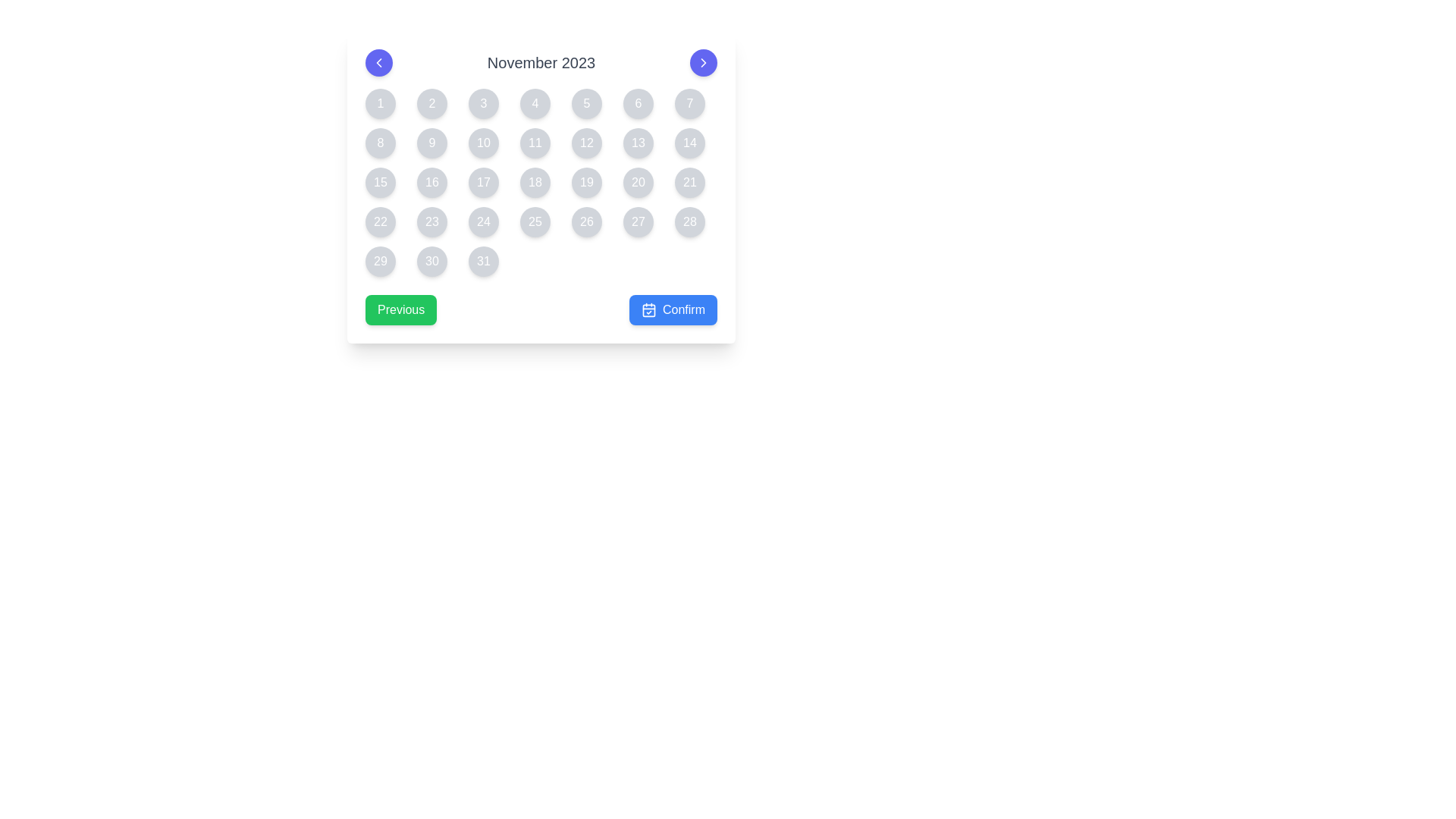 The height and width of the screenshot is (819, 1456). What do you see at coordinates (683, 309) in the screenshot?
I see `the text label indicating the purpose of the confirm button located in the lower right corner of the calendar interface` at bounding box center [683, 309].